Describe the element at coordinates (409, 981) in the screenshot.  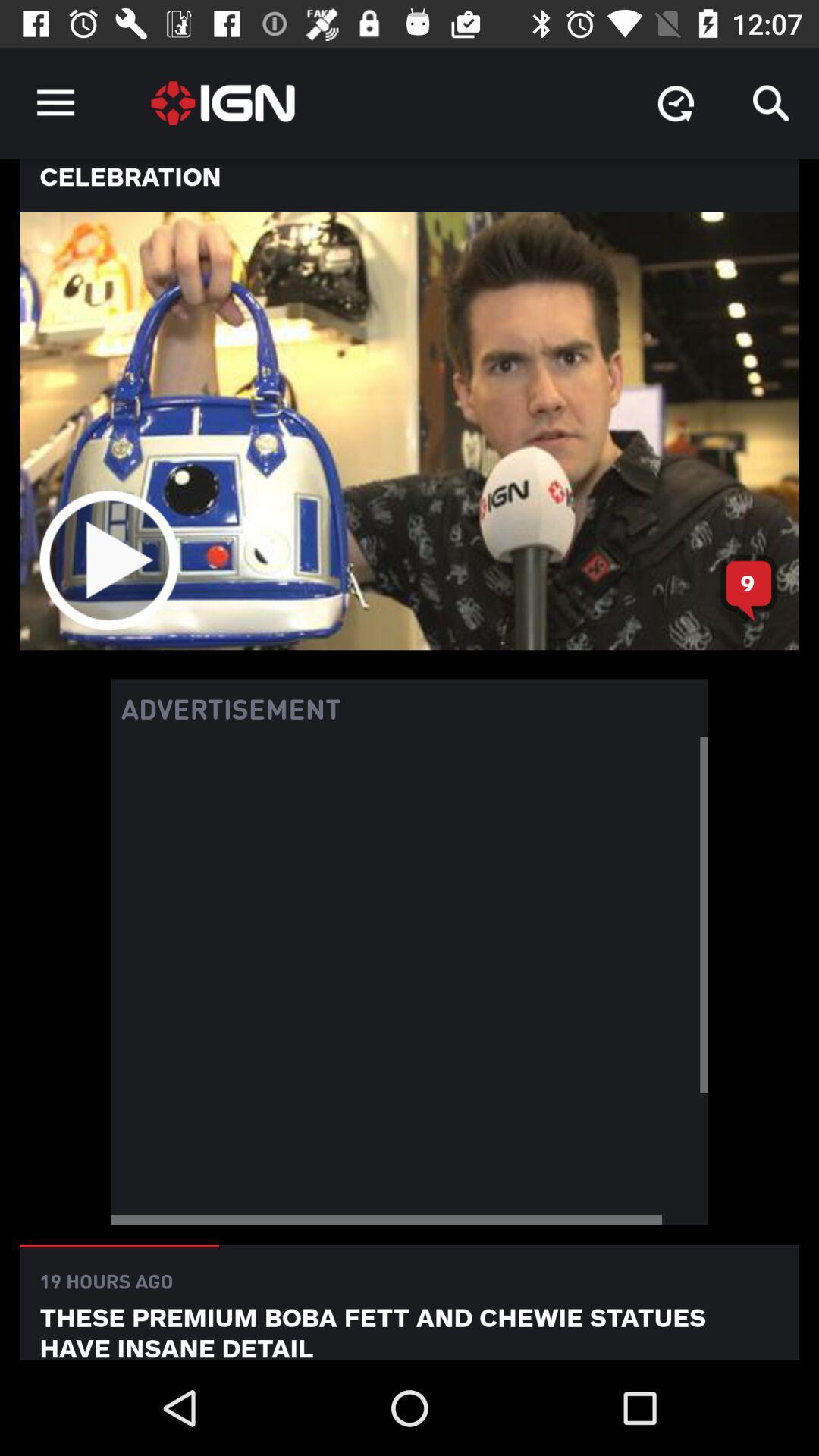
I see `advertisement` at that location.